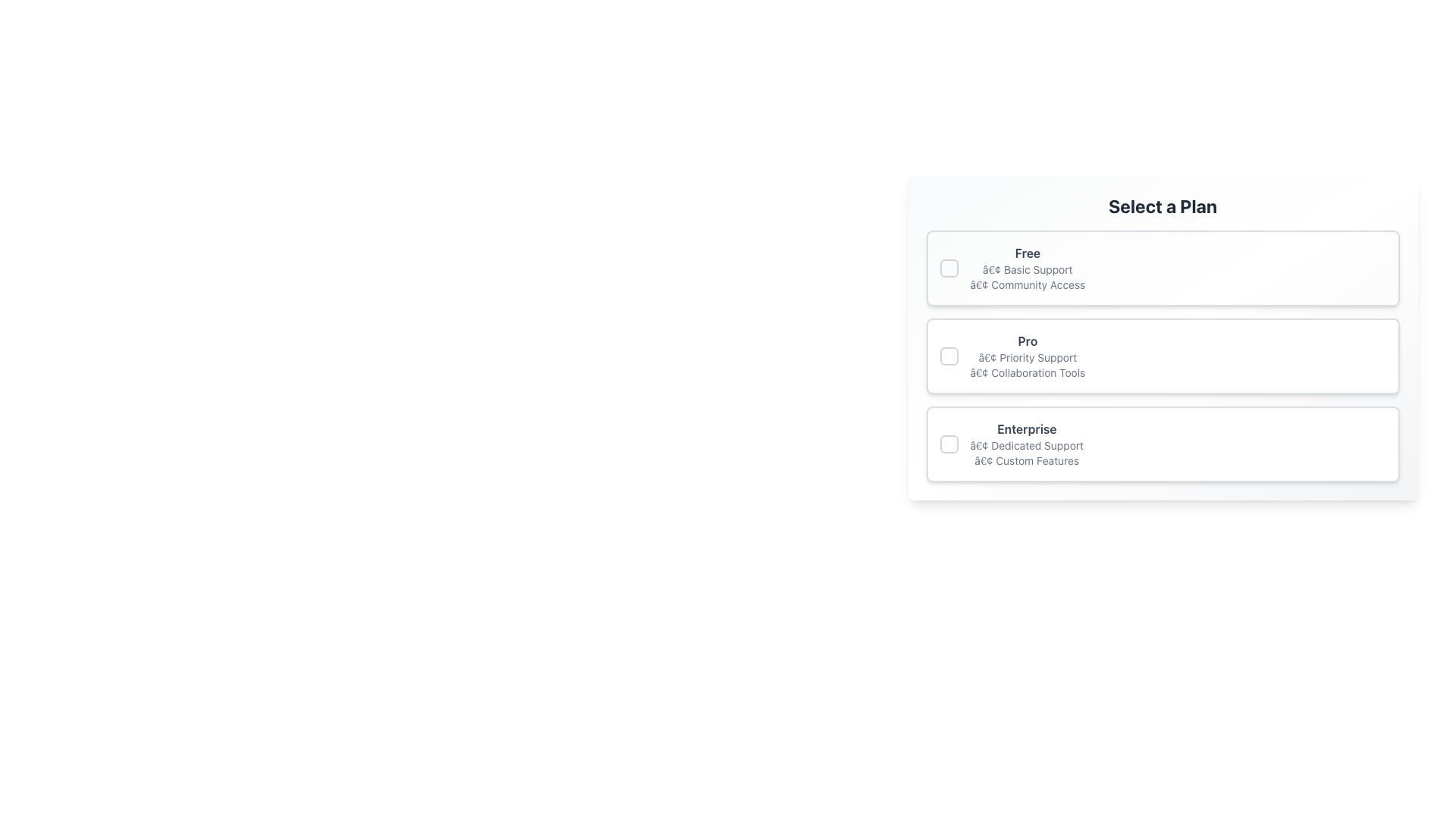 Image resolution: width=1456 pixels, height=819 pixels. Describe the element at coordinates (1027, 444) in the screenshot. I see `the text block that provides details about the Enterprise plan option, which highlights features like Dedicated Support and Custom Features` at that location.